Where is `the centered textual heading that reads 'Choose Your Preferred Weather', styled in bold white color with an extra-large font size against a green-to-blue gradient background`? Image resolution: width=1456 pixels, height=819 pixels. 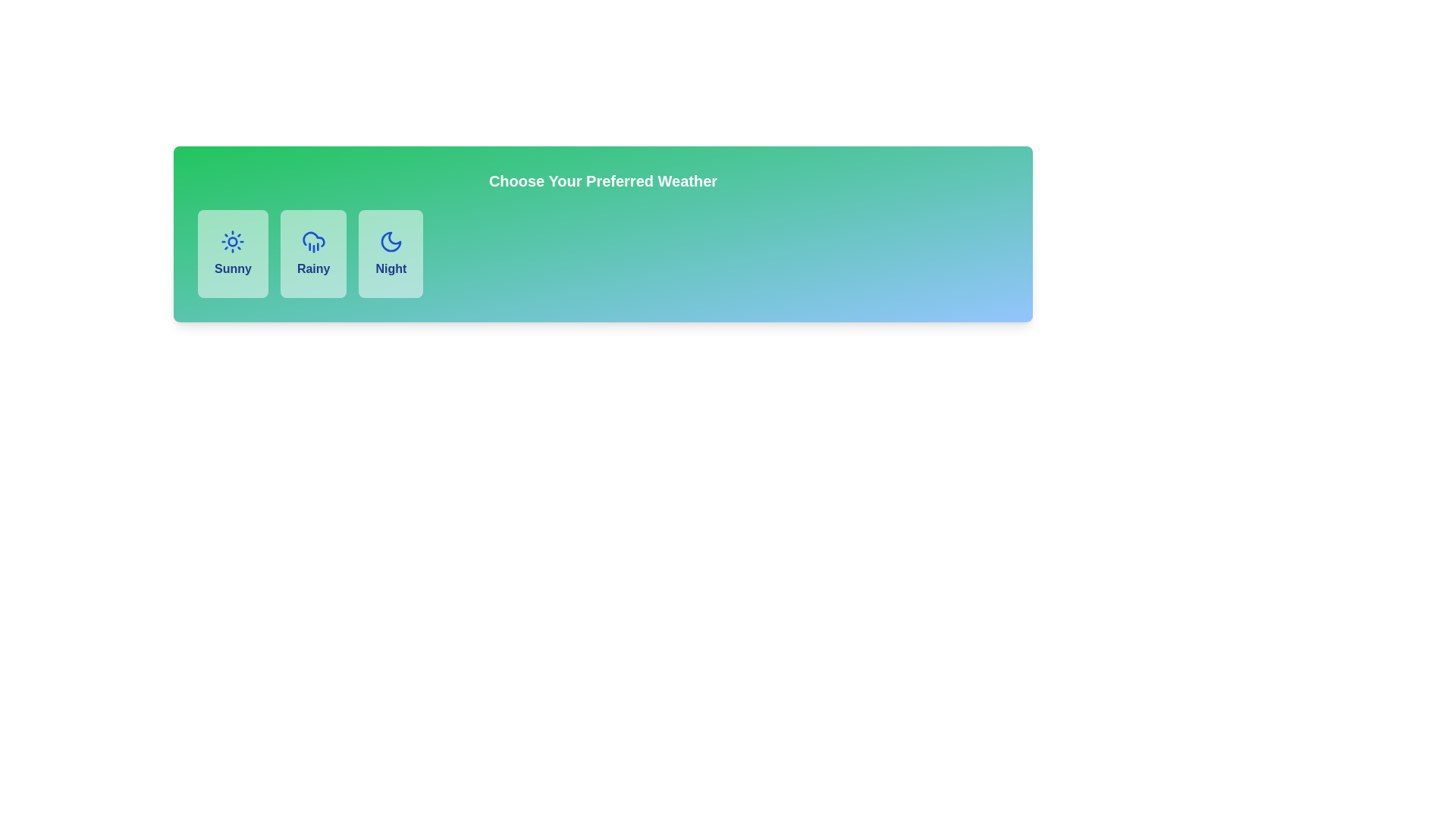 the centered textual heading that reads 'Choose Your Preferred Weather', styled in bold white color with an extra-large font size against a green-to-blue gradient background is located at coordinates (602, 180).